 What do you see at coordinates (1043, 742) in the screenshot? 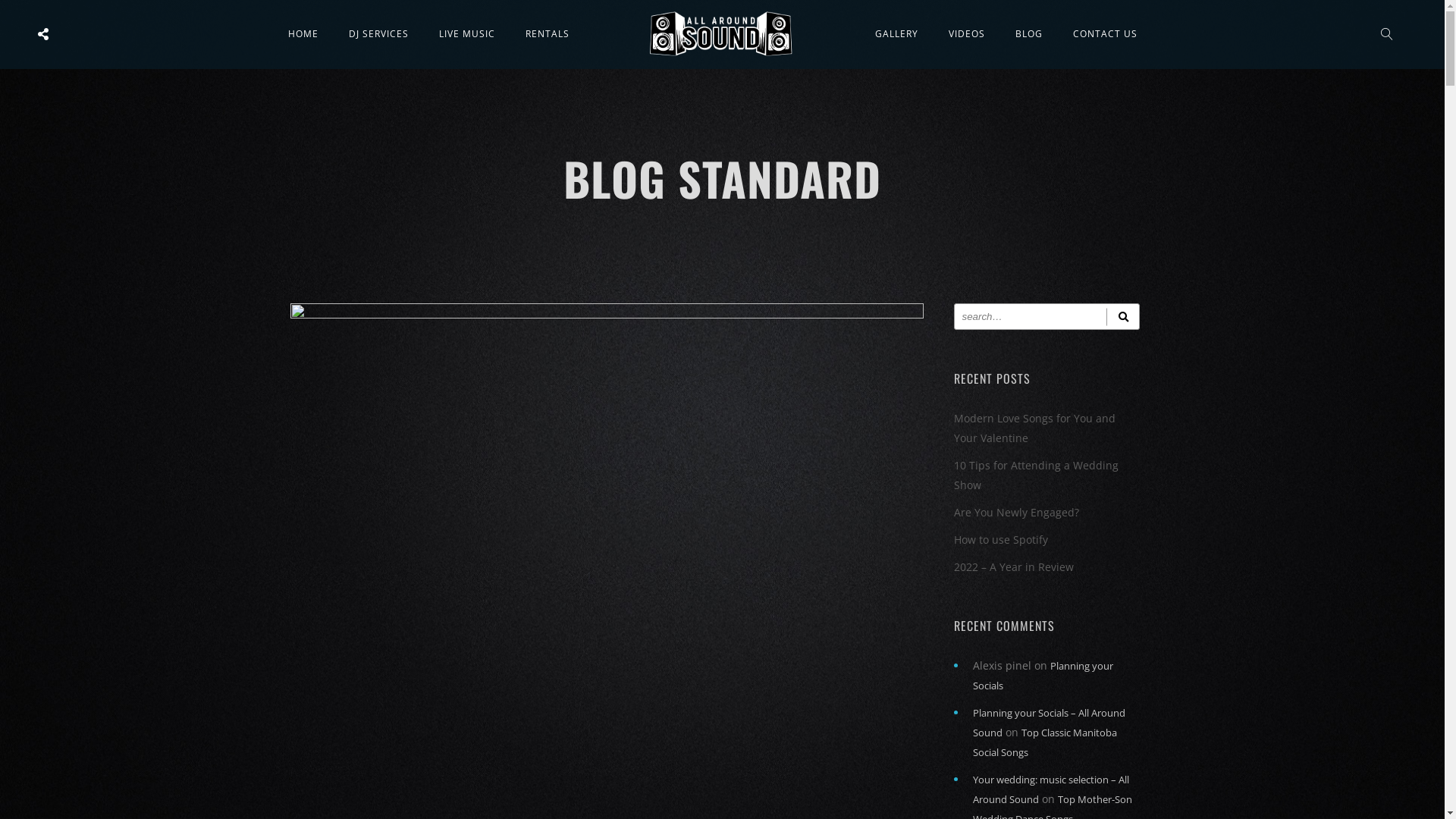
I see `'Top Classic Manitoba Social Songs'` at bounding box center [1043, 742].